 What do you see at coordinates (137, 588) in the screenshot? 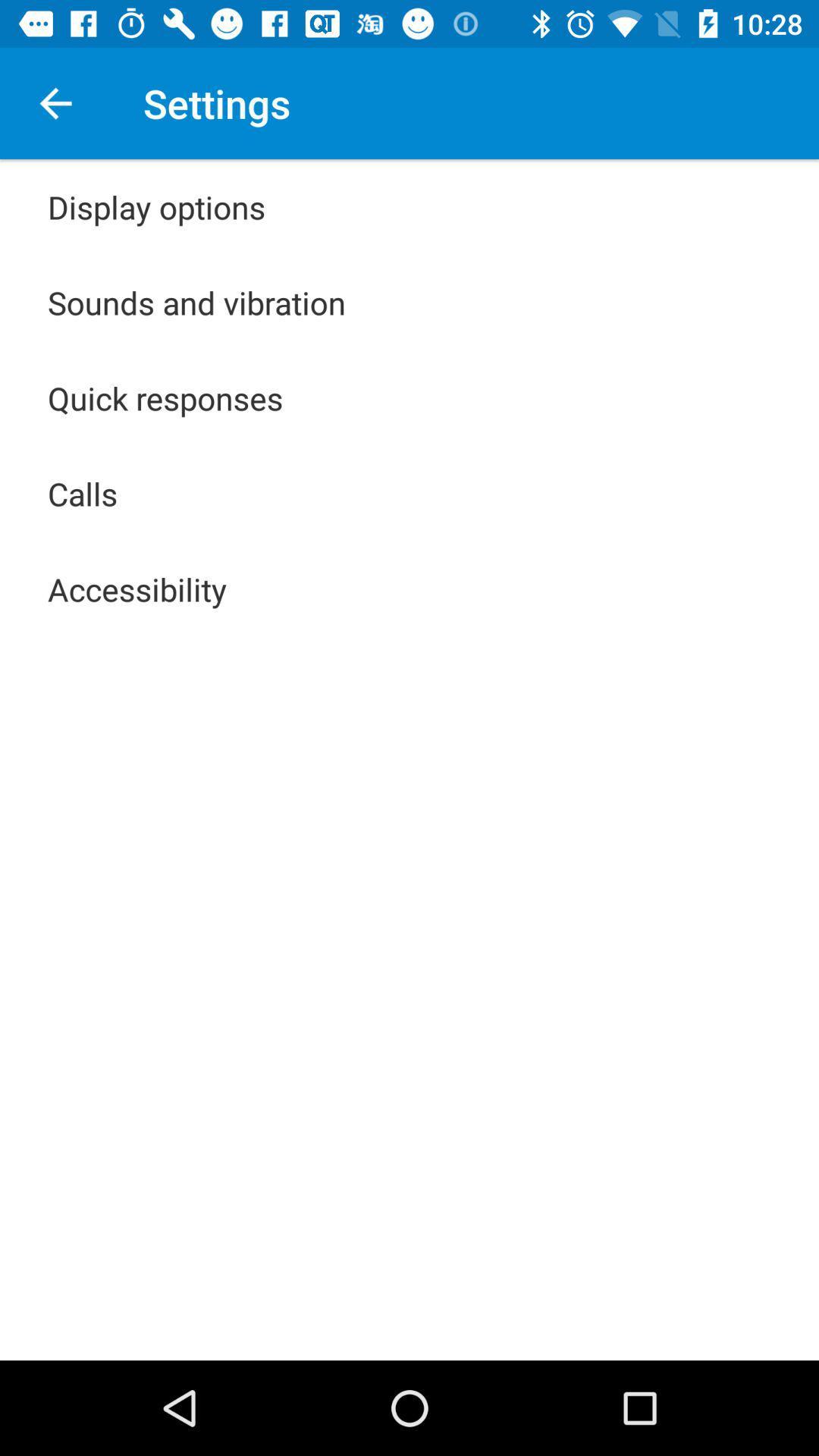
I see `item below calls` at bounding box center [137, 588].